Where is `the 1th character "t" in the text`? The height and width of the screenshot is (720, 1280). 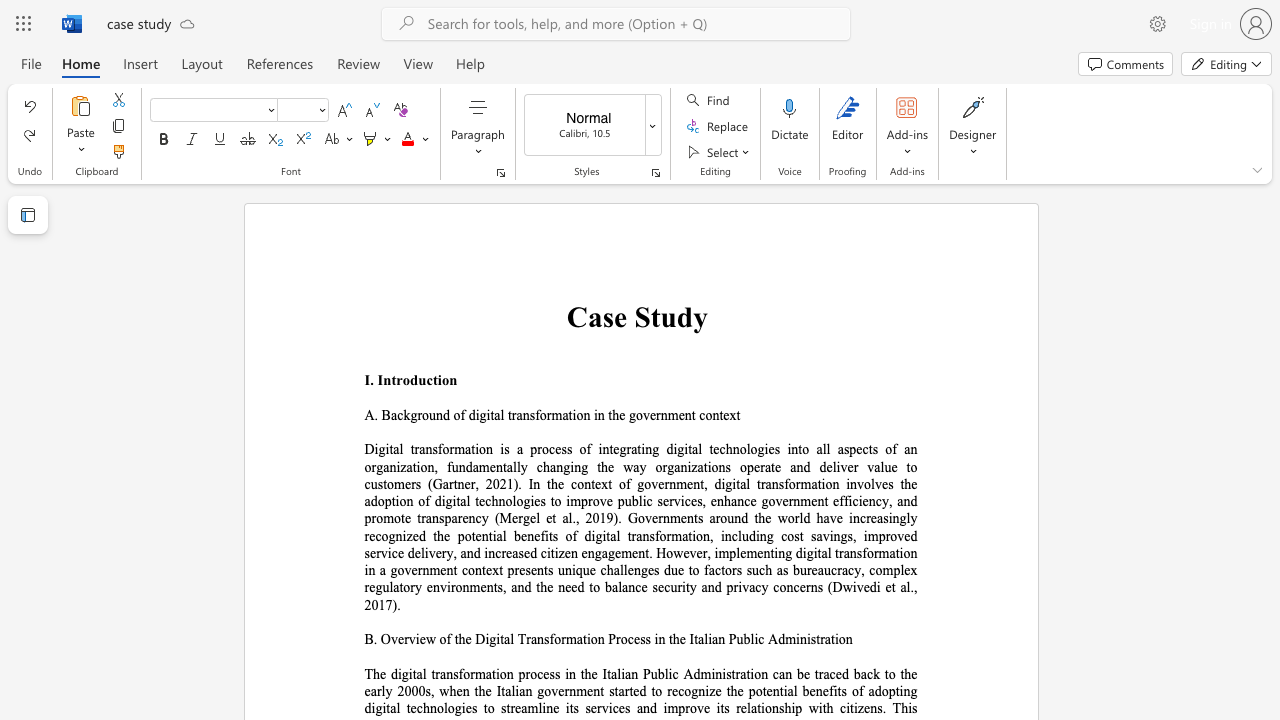
the 1th character "t" in the text is located at coordinates (655, 316).